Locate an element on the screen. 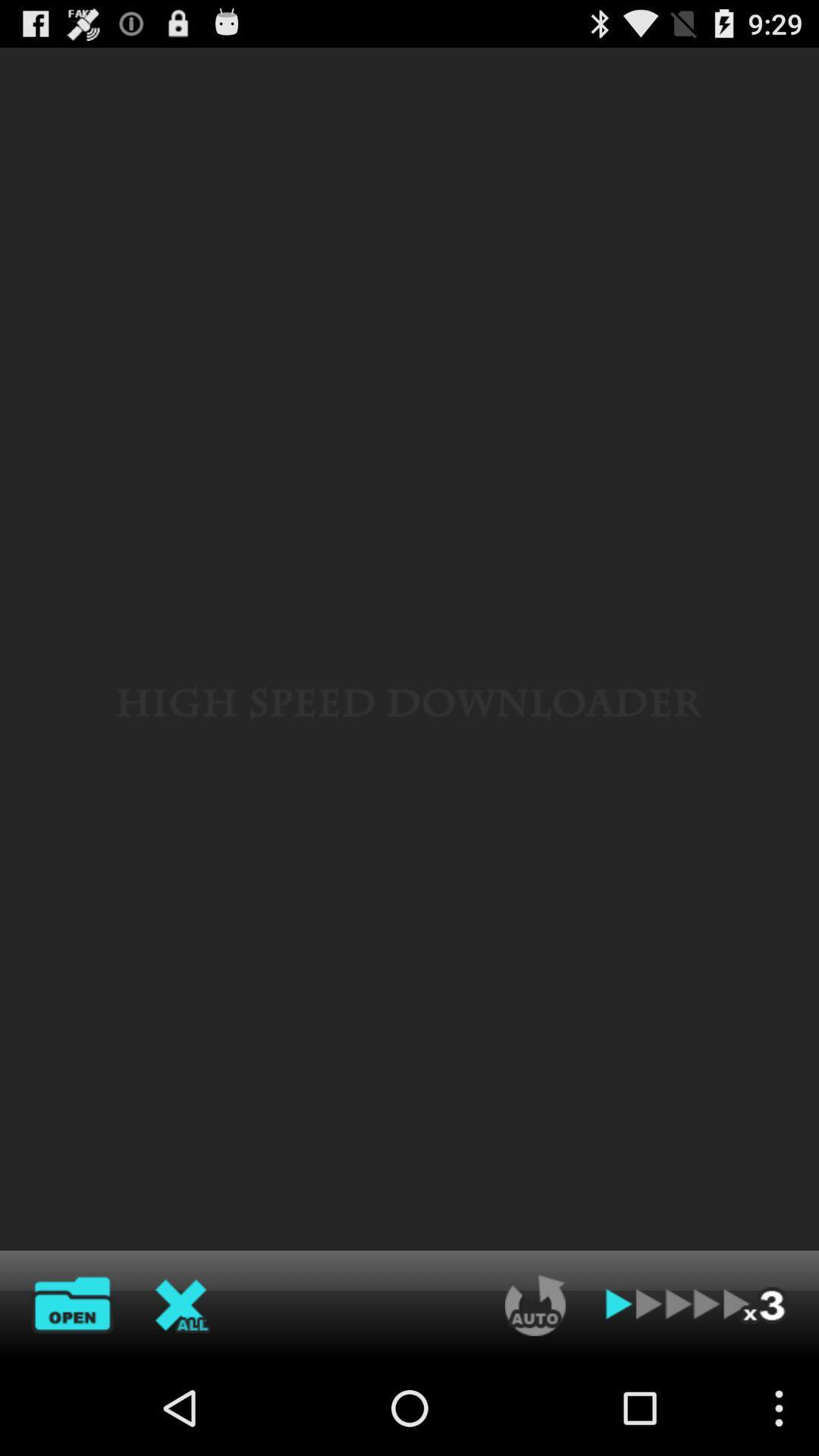 The width and height of the screenshot is (819, 1456). all the content is located at coordinates (182, 1304).